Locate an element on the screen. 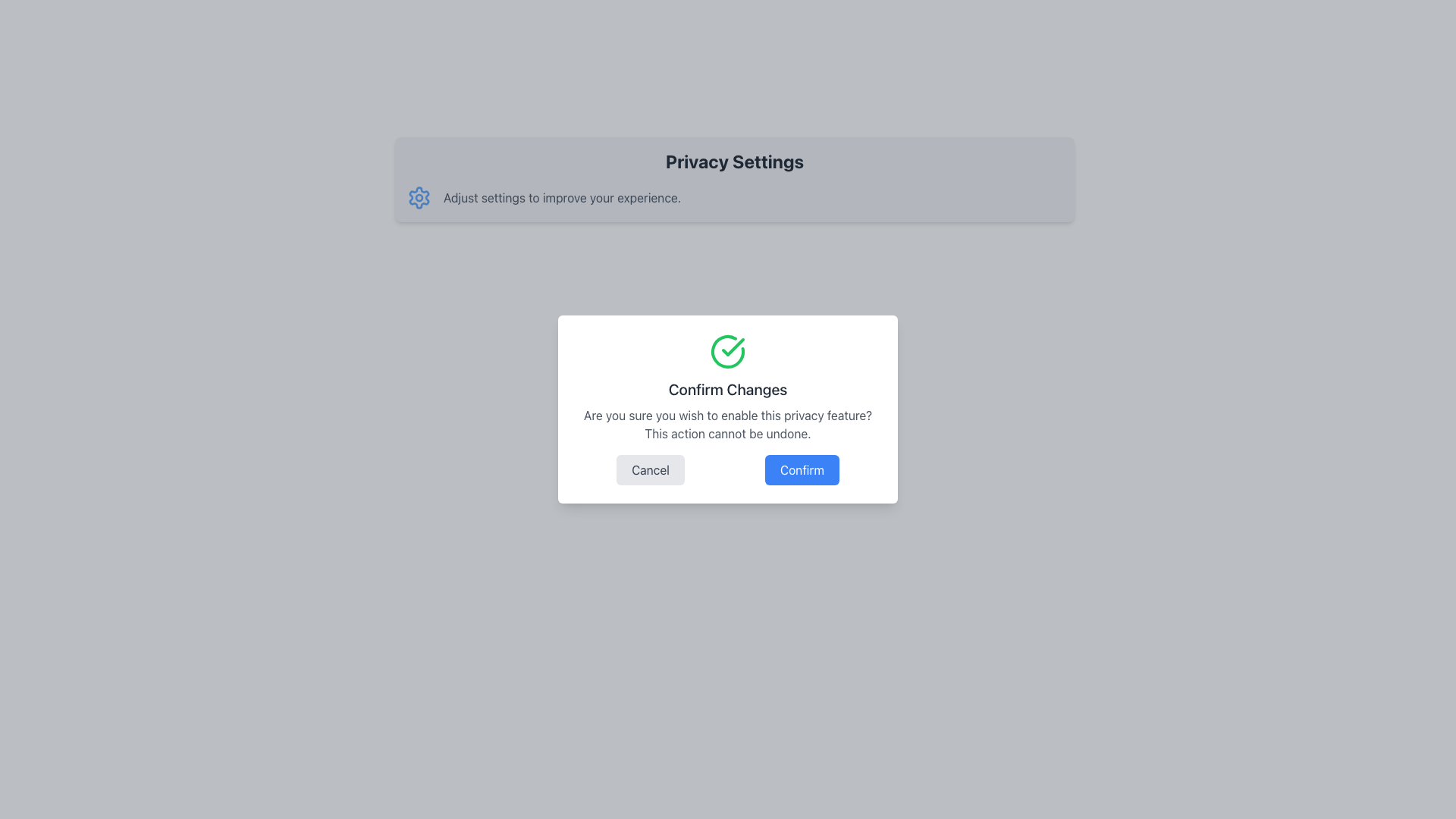 Image resolution: width=1456 pixels, height=819 pixels. the graphical icon that signifies confirmation, which is centrally positioned above the 'Confirm Changes' text within the confirmation dialog box is located at coordinates (733, 347).